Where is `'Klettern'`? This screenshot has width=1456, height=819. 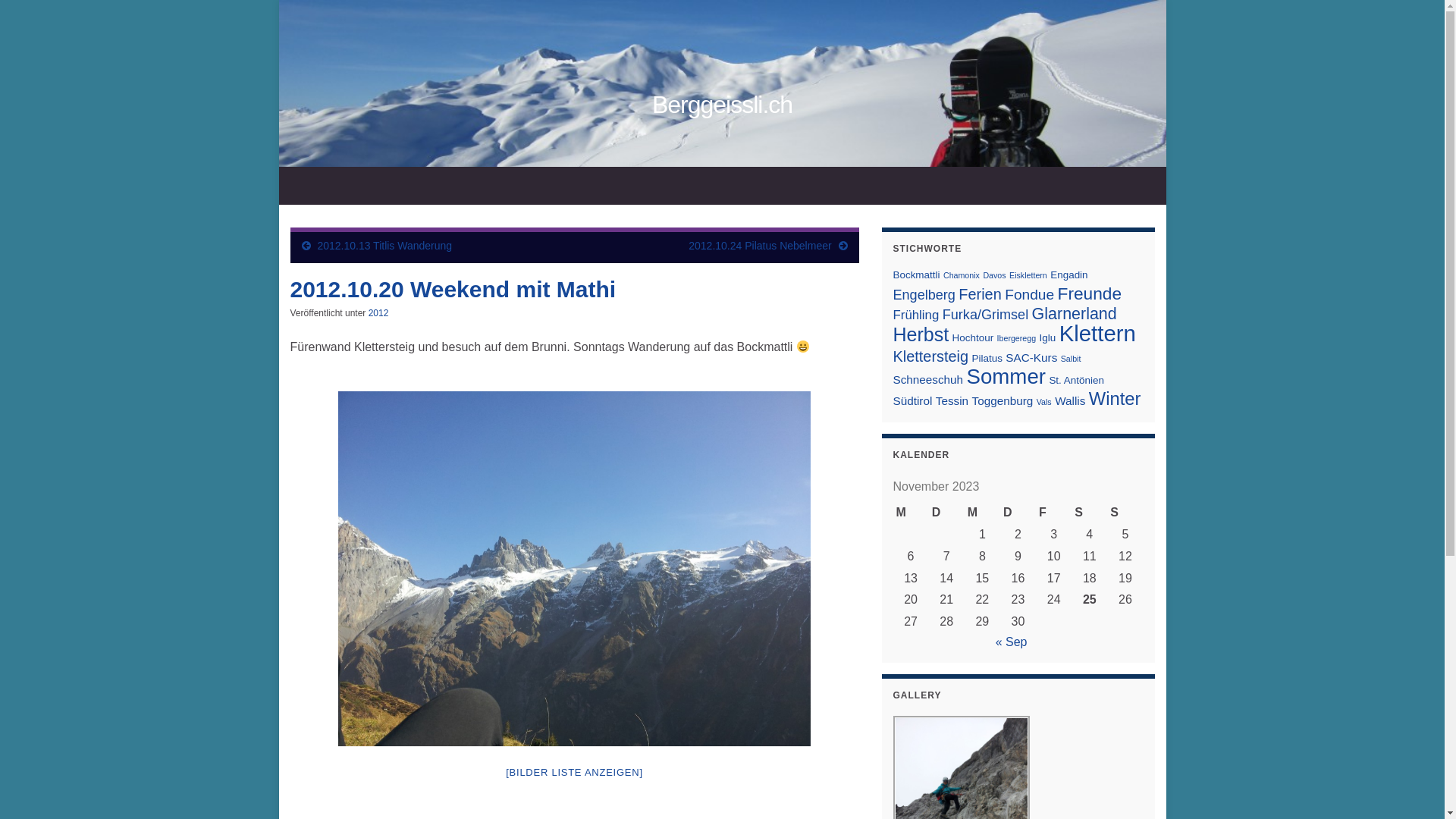
'Klettern' is located at coordinates (1058, 332).